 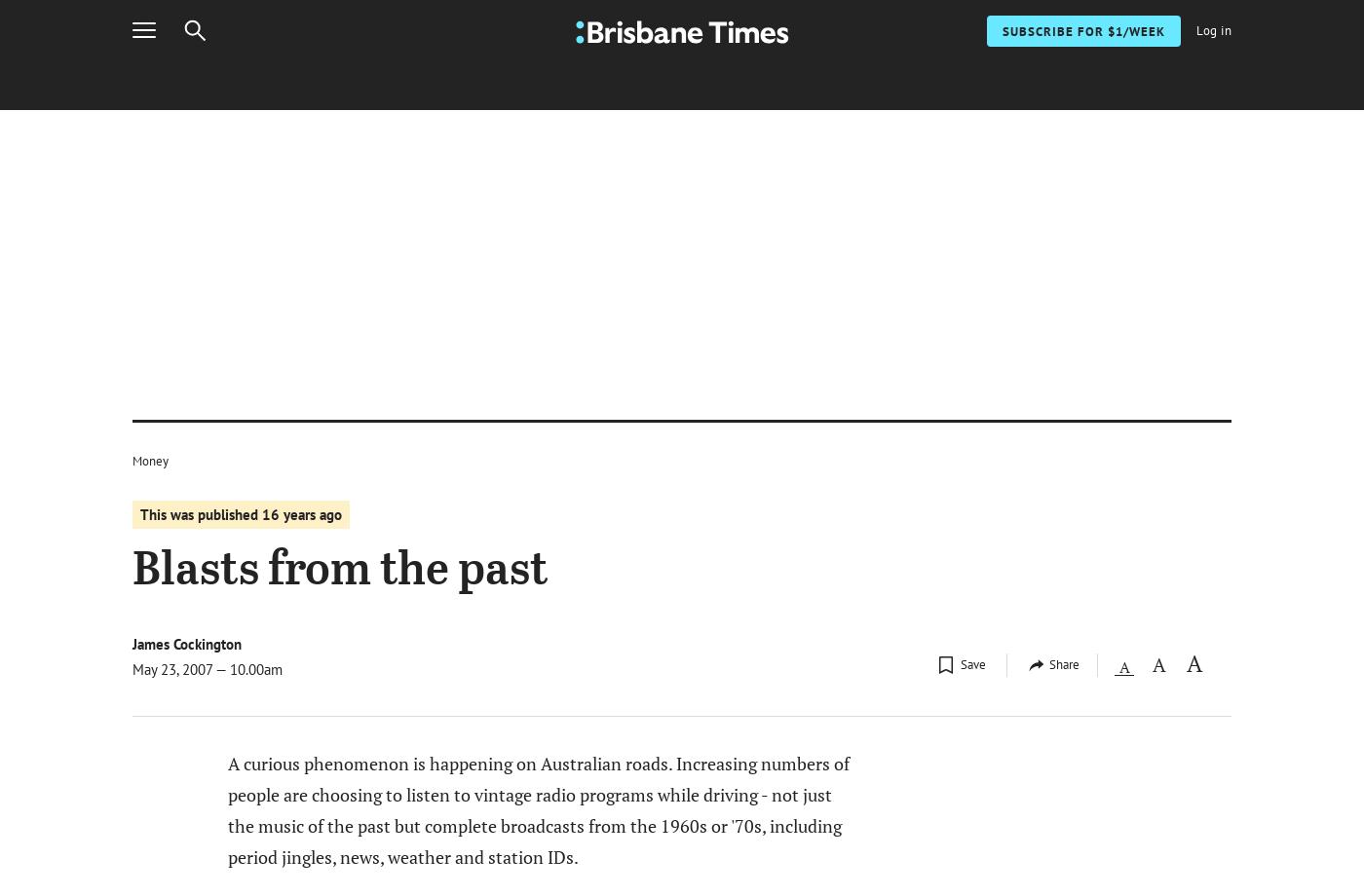 I want to click on 'register', so click(x=989, y=587).